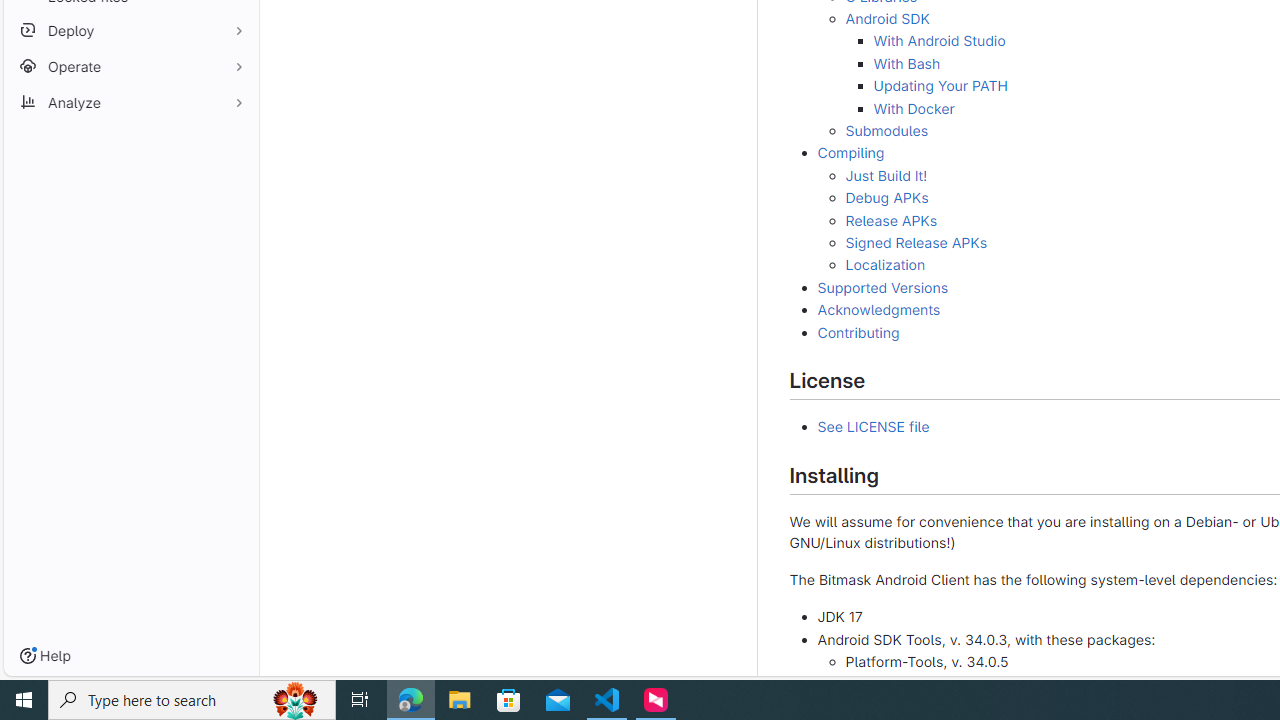  Describe the element at coordinates (890, 219) in the screenshot. I see `'Release APKs'` at that location.